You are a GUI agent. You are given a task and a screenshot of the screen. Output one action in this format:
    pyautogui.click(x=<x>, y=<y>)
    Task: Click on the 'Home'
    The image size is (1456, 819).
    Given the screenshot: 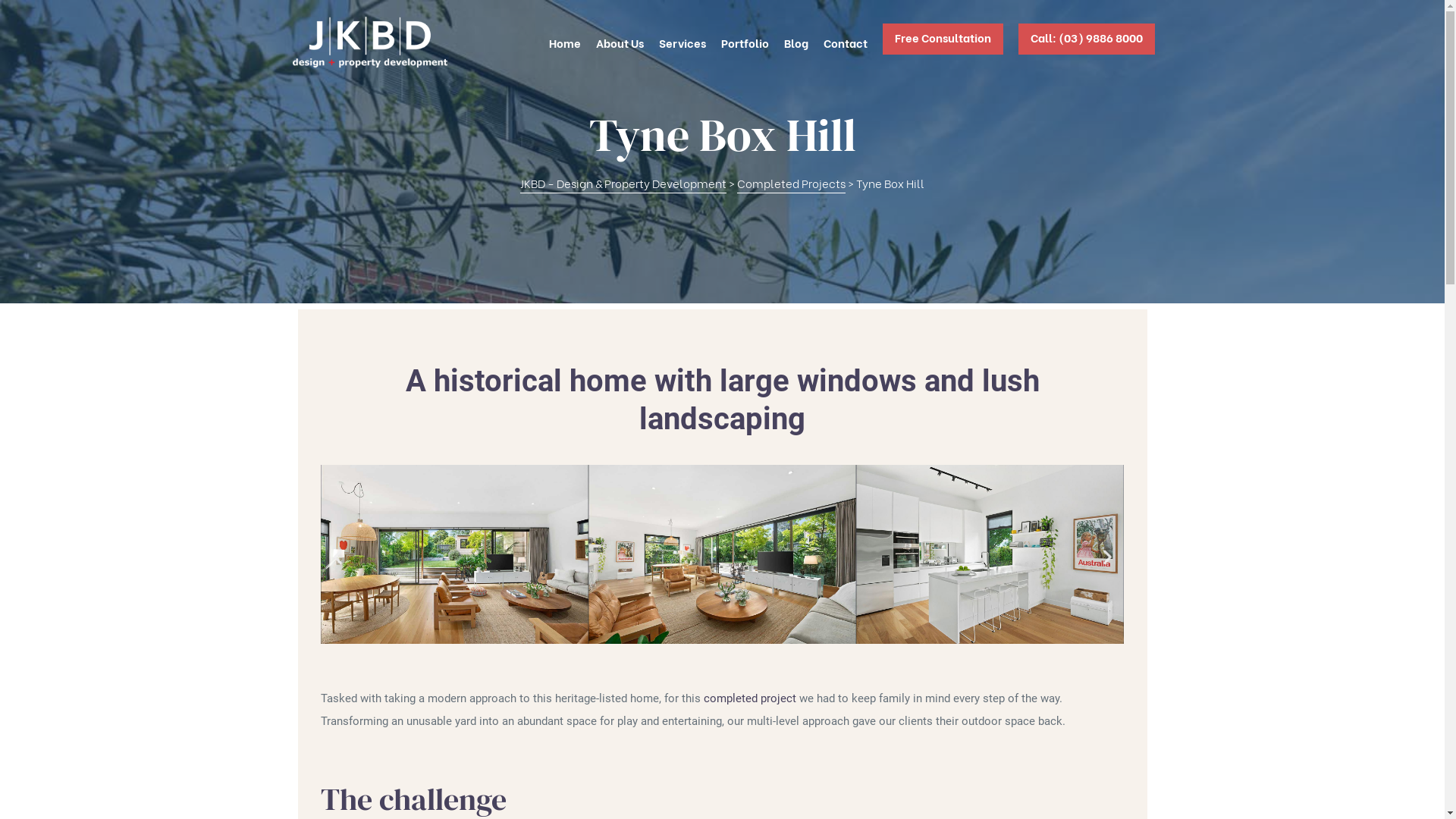 What is the action you would take?
    pyautogui.click(x=548, y=42)
    